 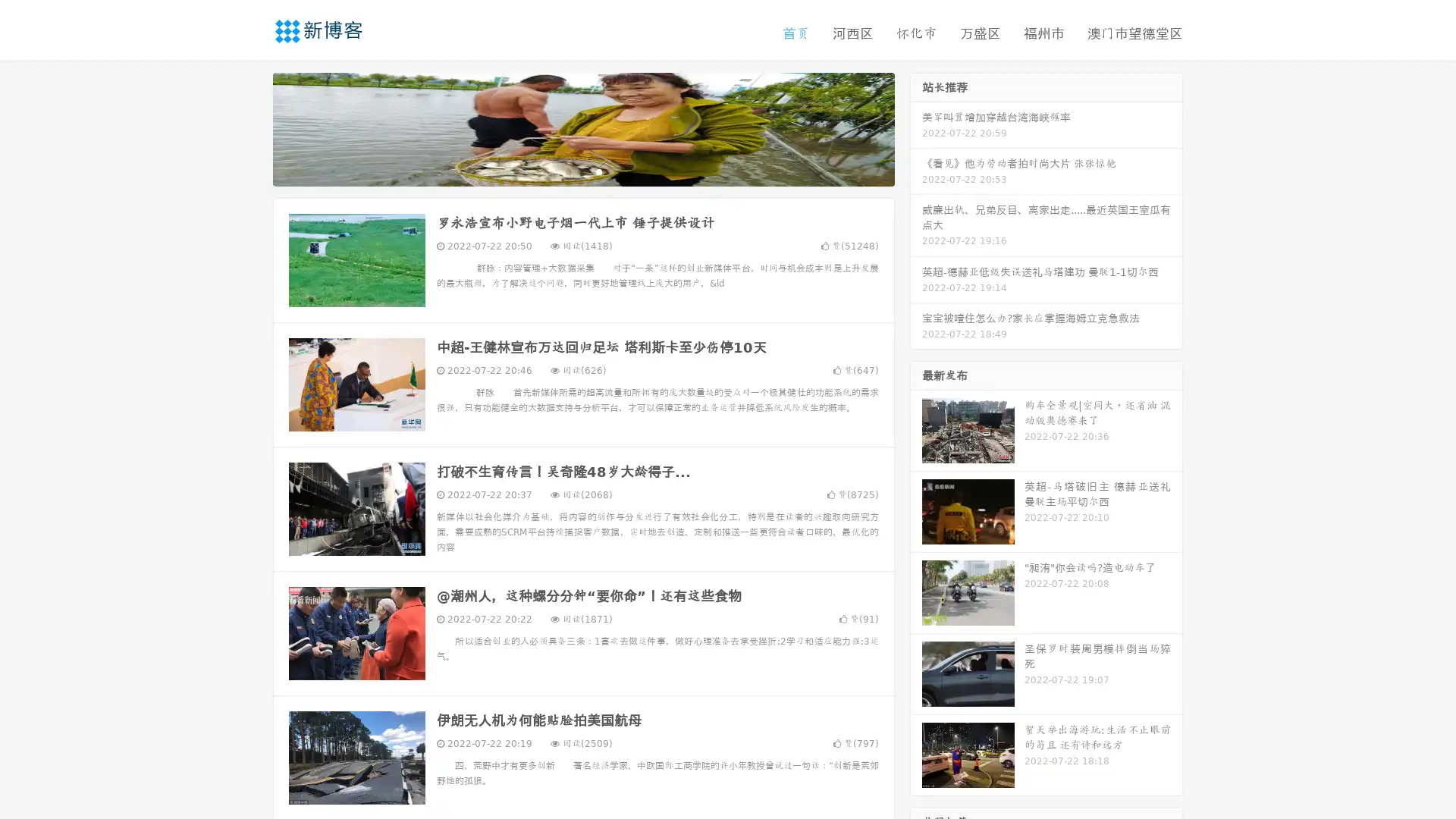 I want to click on Go to slide 1, so click(x=567, y=171).